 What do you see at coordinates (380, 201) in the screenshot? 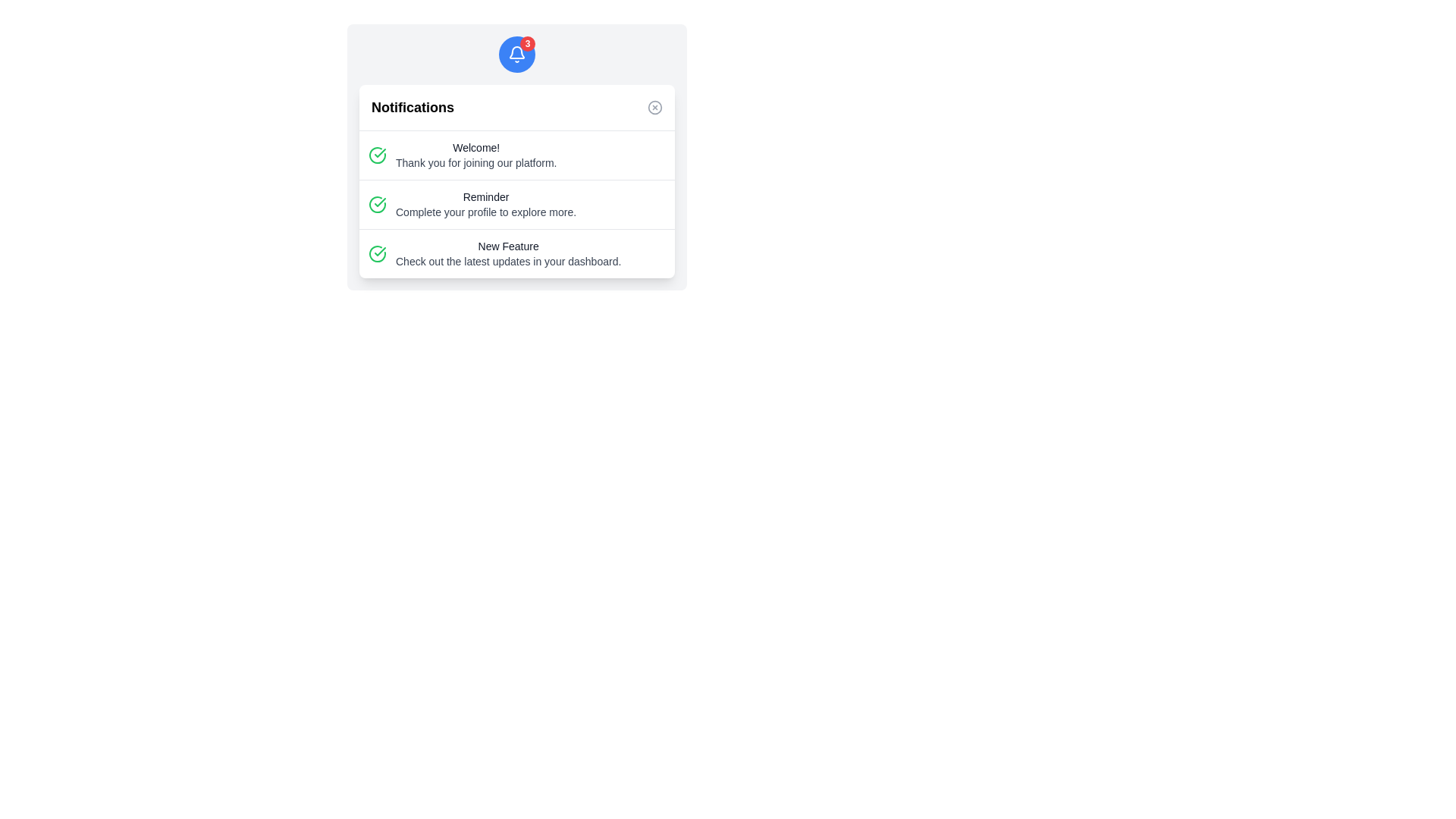
I see `the circular icon indicating a successful status of the notification message located to the left of the 'Welcome!' notification in the Notifications panel` at bounding box center [380, 201].